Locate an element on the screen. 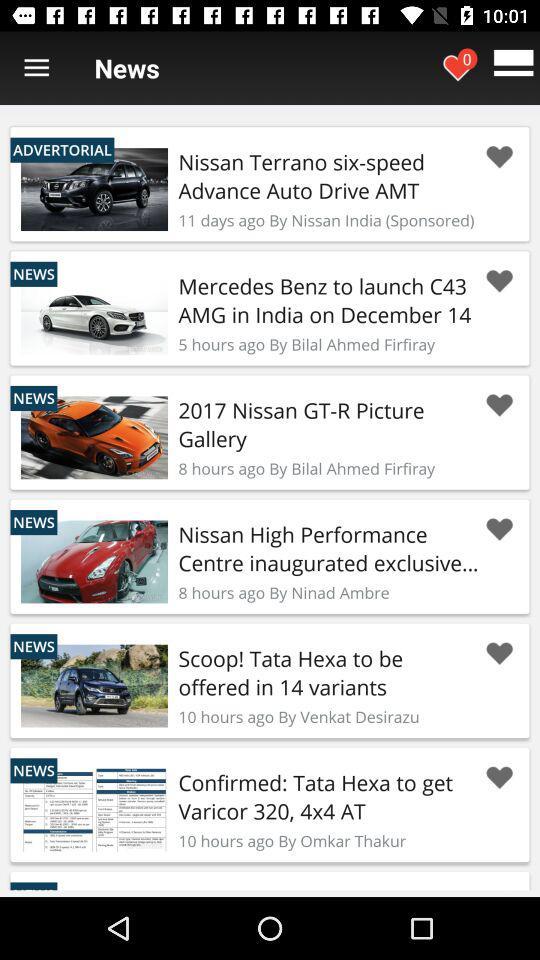  love article is located at coordinates (498, 528).